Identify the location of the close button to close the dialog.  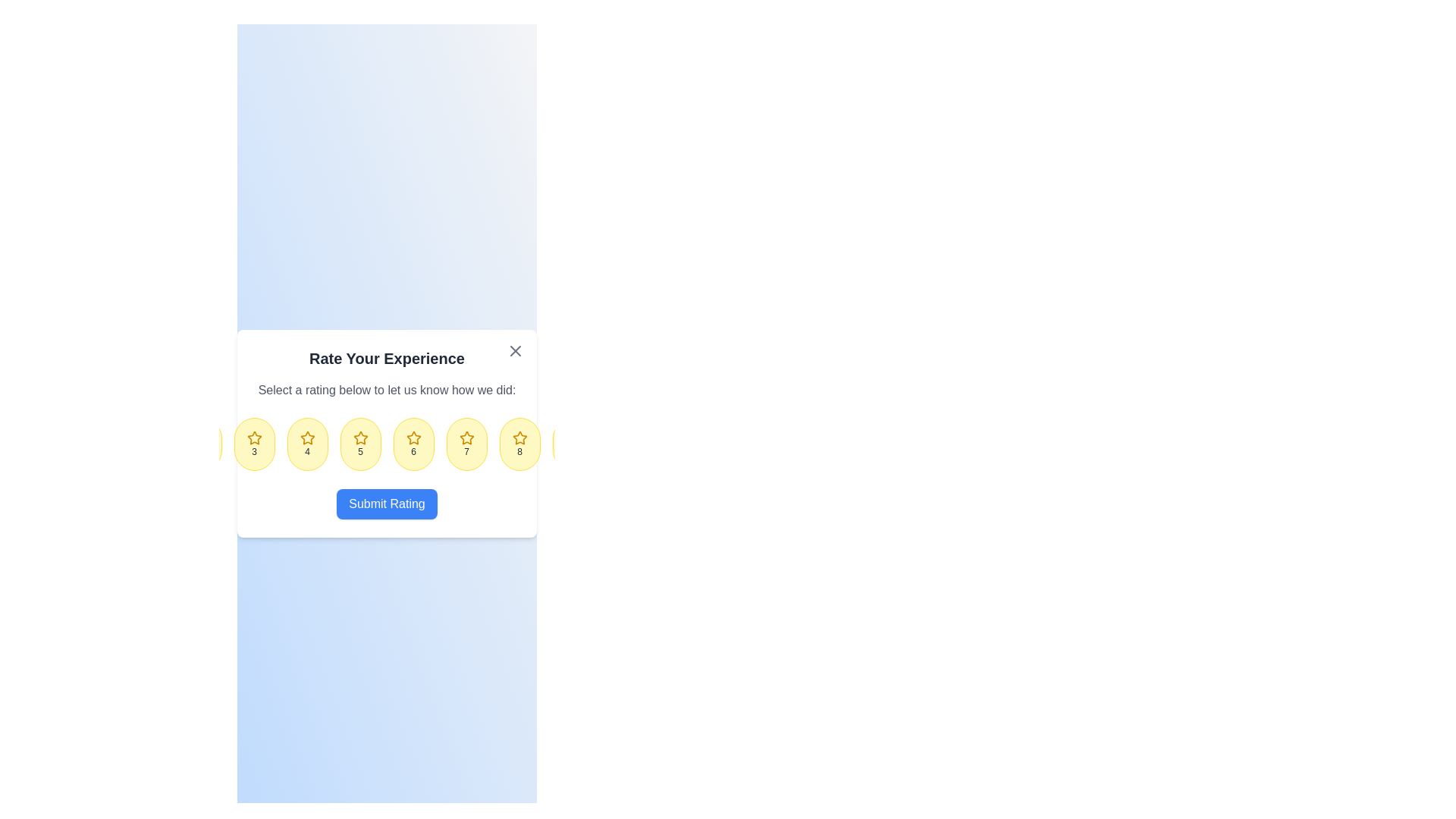
(516, 350).